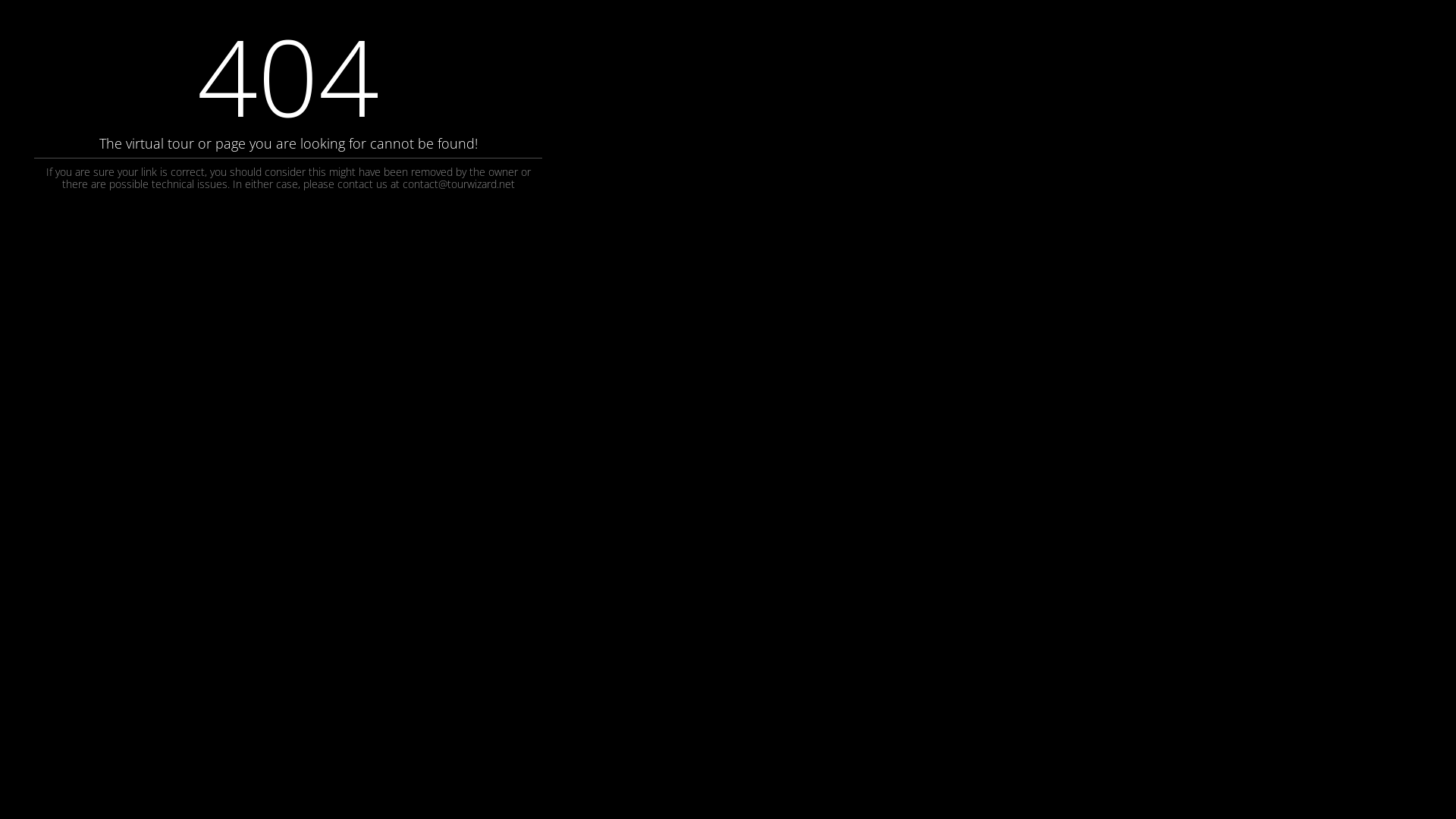 This screenshot has width=1456, height=819. Describe the element at coordinates (457, 183) in the screenshot. I see `'contact@tourwizard.net'` at that location.